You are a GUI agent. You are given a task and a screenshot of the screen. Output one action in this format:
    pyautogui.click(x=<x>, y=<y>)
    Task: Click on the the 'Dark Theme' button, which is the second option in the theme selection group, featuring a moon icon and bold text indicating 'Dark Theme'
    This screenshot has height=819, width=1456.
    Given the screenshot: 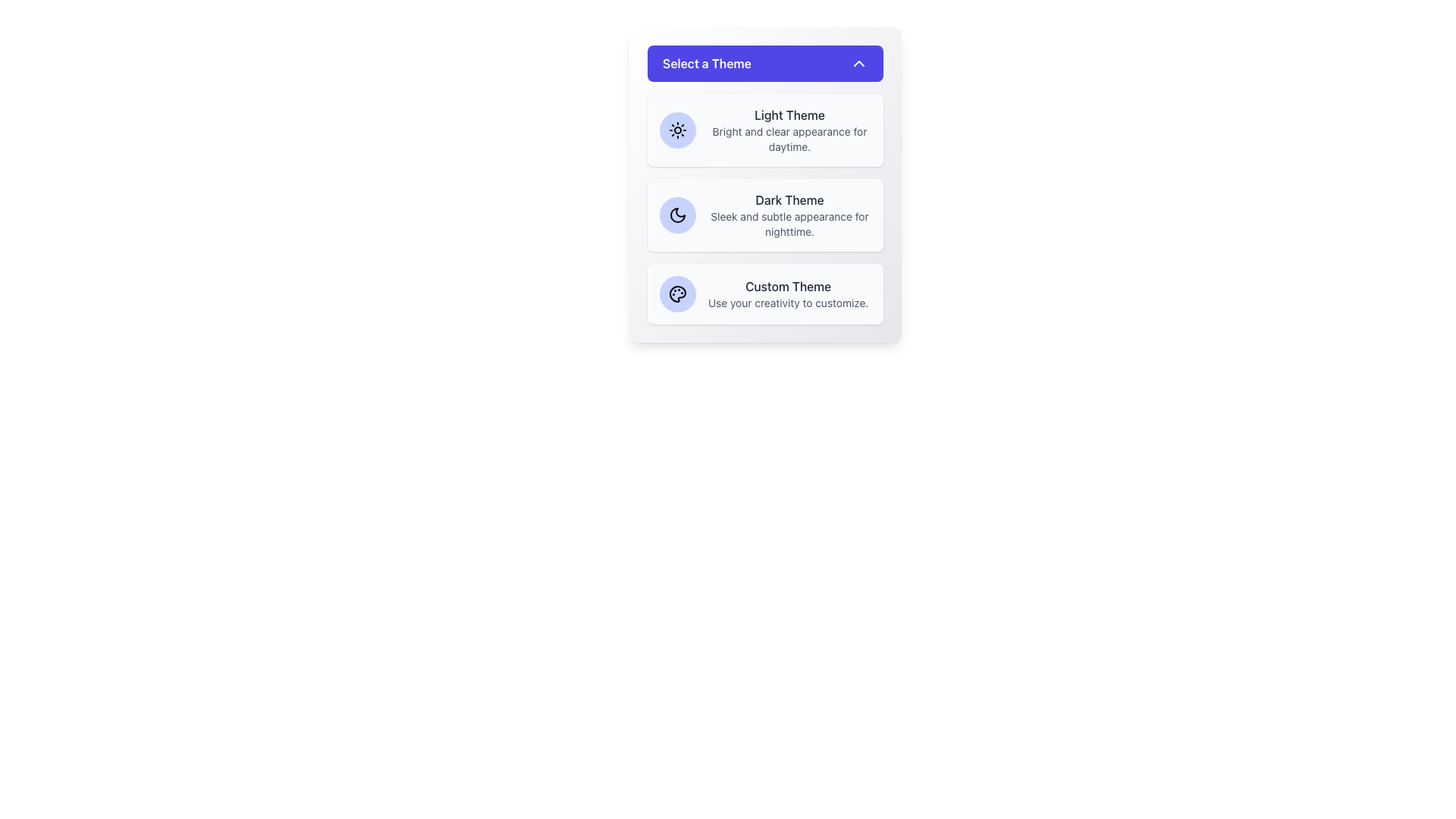 What is the action you would take?
    pyautogui.click(x=765, y=215)
    